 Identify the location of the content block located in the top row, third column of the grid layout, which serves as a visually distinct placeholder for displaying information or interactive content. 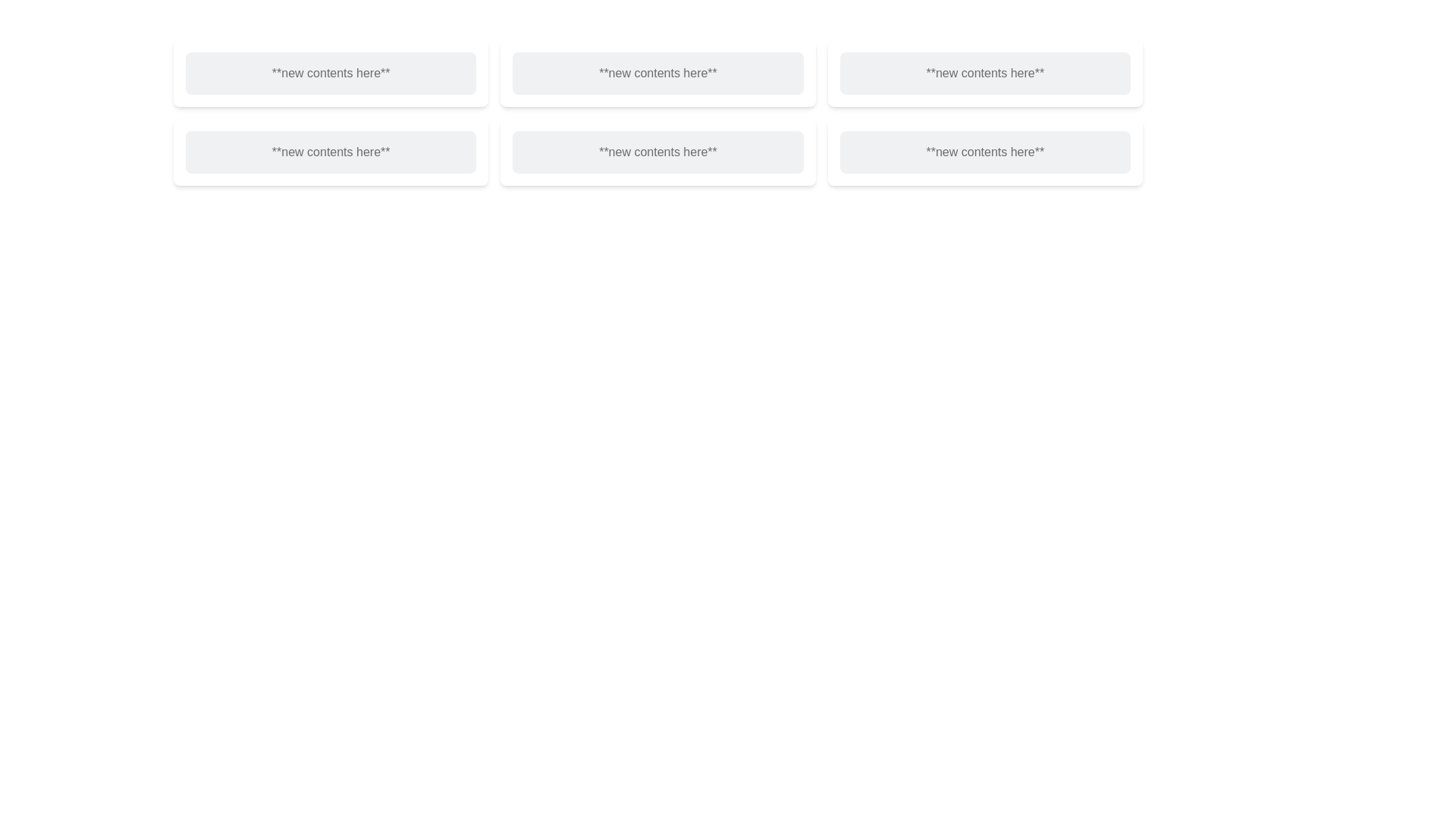
(985, 73).